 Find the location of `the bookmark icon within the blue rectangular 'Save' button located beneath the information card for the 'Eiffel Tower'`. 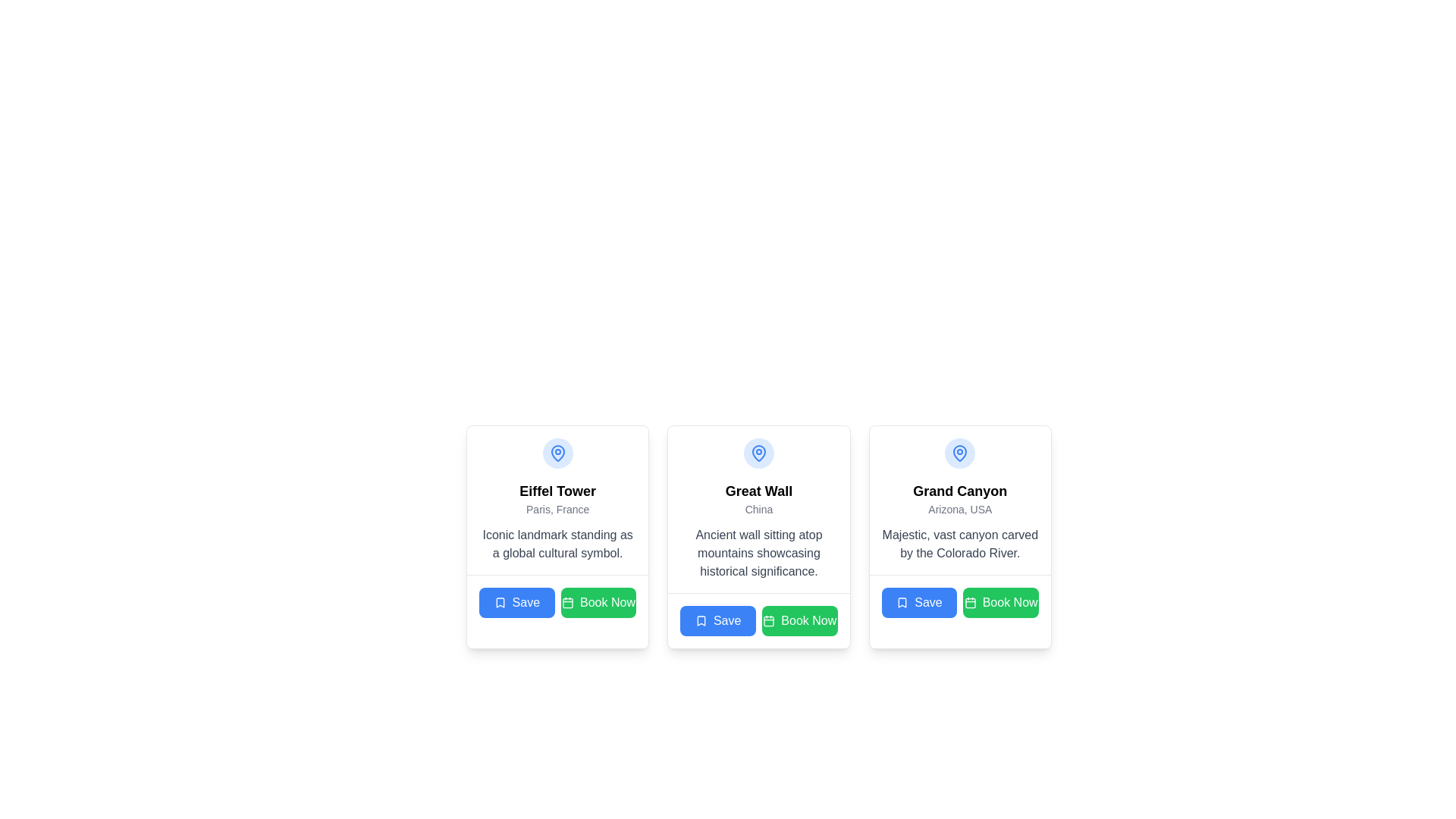

the bookmark icon within the blue rectangular 'Save' button located beneath the information card for the 'Eiffel Tower' is located at coordinates (500, 601).